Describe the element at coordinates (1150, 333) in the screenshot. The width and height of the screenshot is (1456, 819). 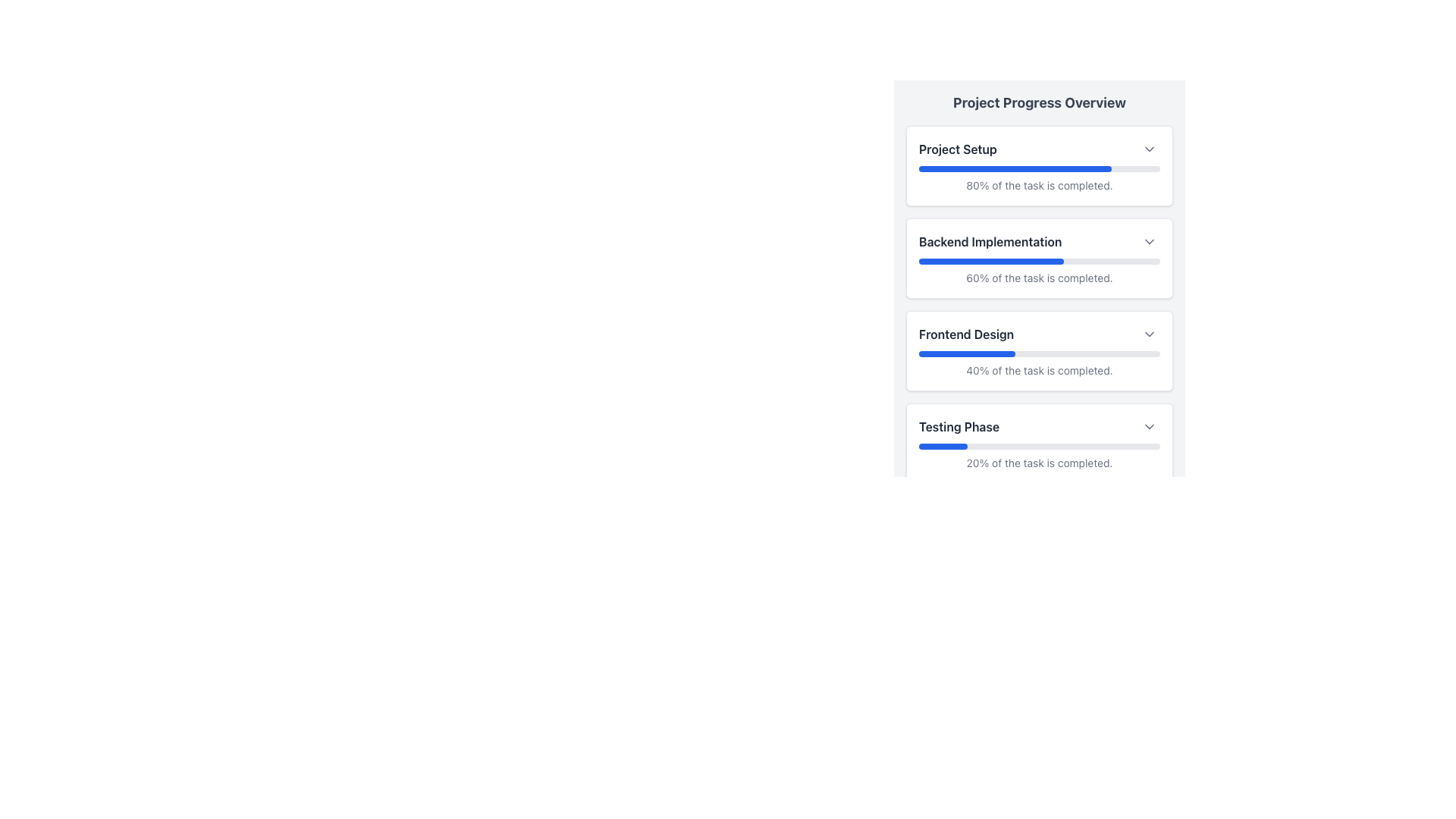
I see `the downward-pointing chevron icon located to the right of the 'Frontend Design' section in the 'Project Progress Overview' interface` at that location.